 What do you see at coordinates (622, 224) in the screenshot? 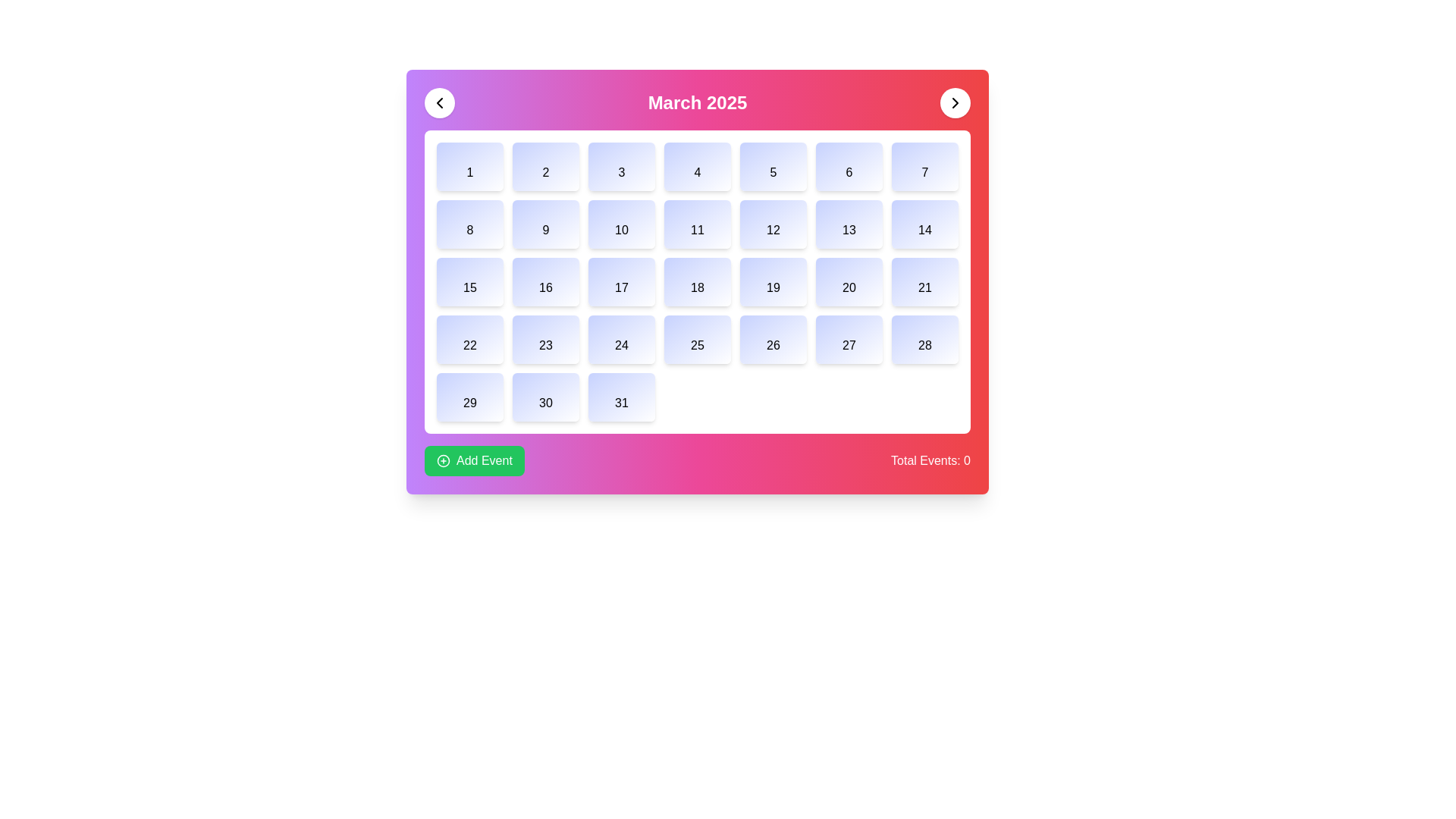
I see `the rounded rectangular button with a gradient background and the text '10' in the center` at bounding box center [622, 224].